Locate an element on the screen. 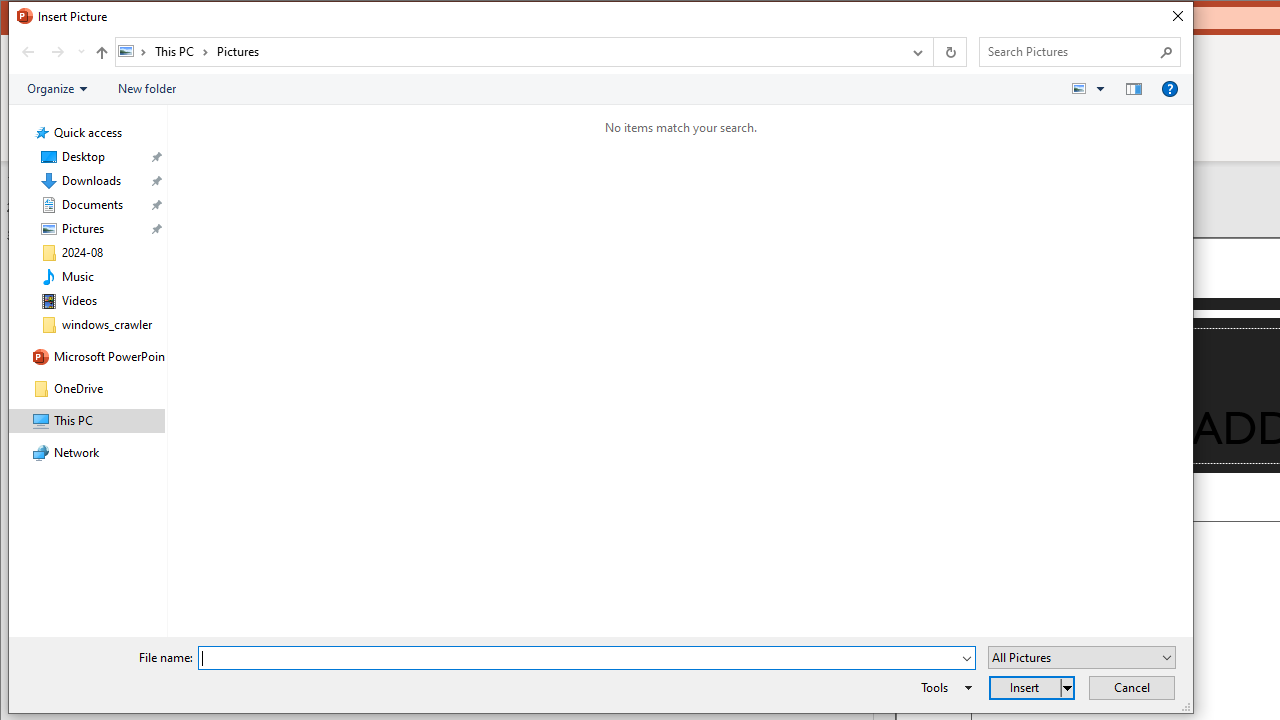 This screenshot has height=720, width=1280. 'Navigation buttons' is located at coordinates (51, 50).